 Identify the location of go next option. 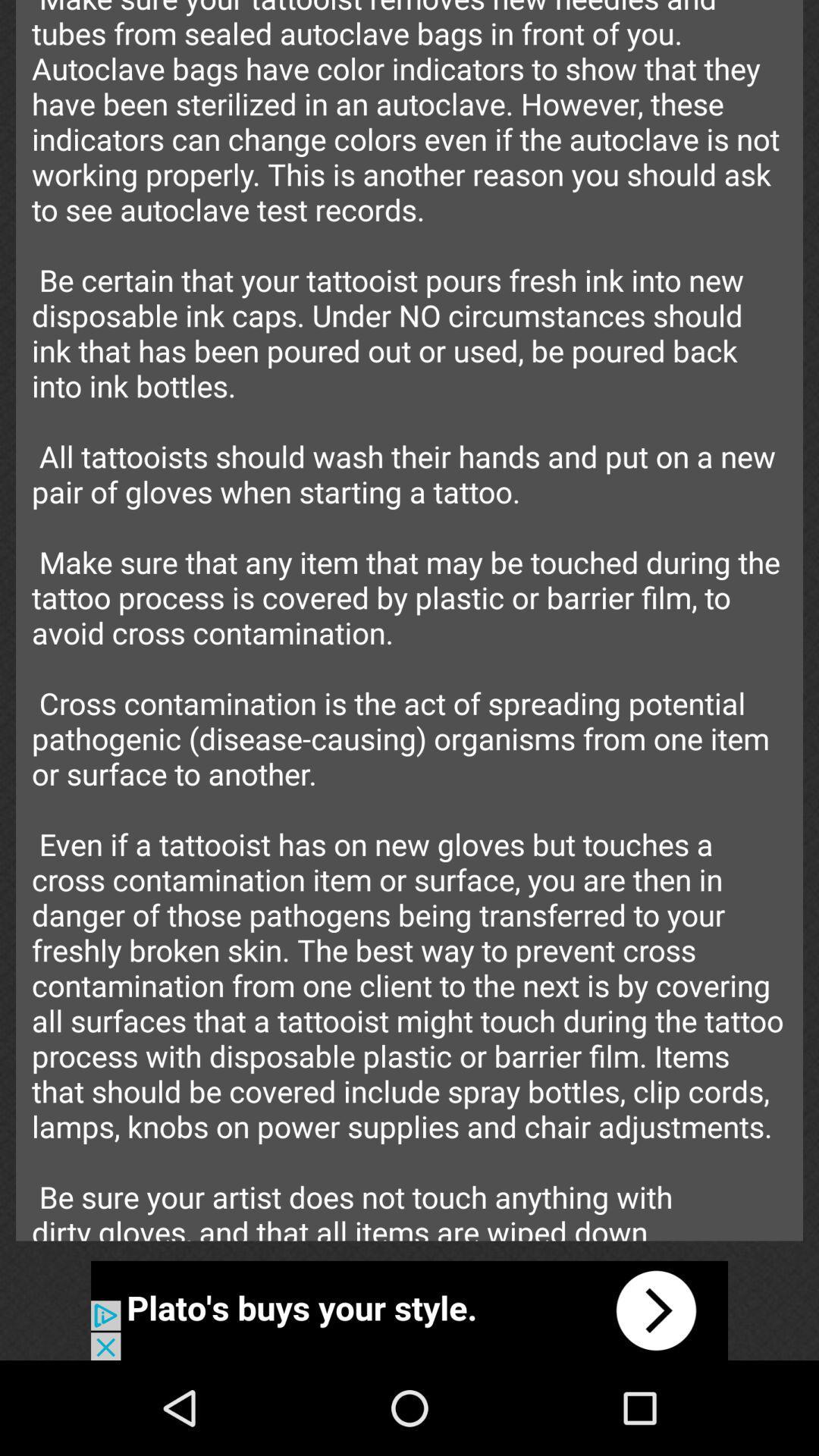
(409, 1310).